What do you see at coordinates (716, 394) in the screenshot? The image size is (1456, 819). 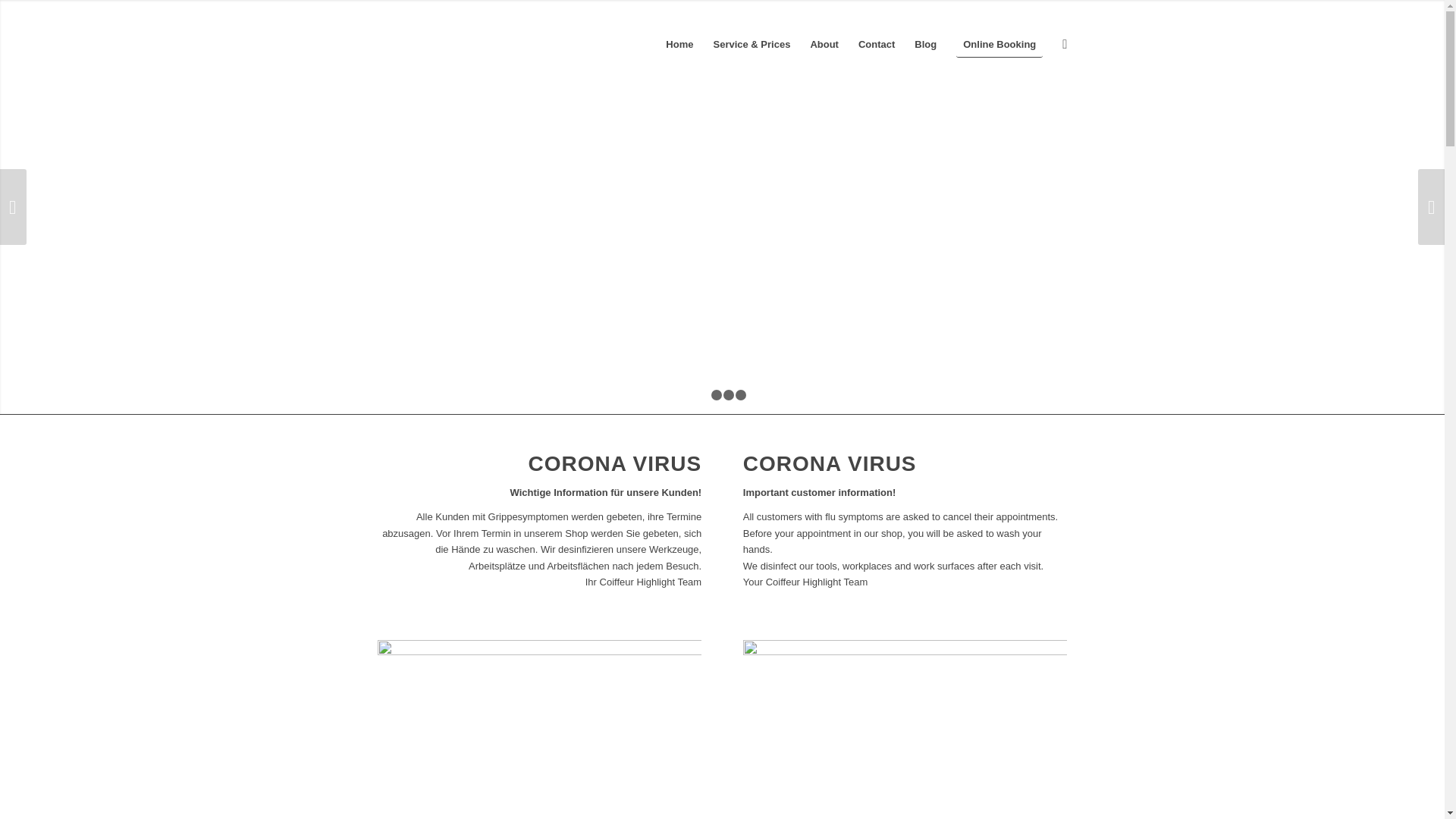 I see `'2'` at bounding box center [716, 394].